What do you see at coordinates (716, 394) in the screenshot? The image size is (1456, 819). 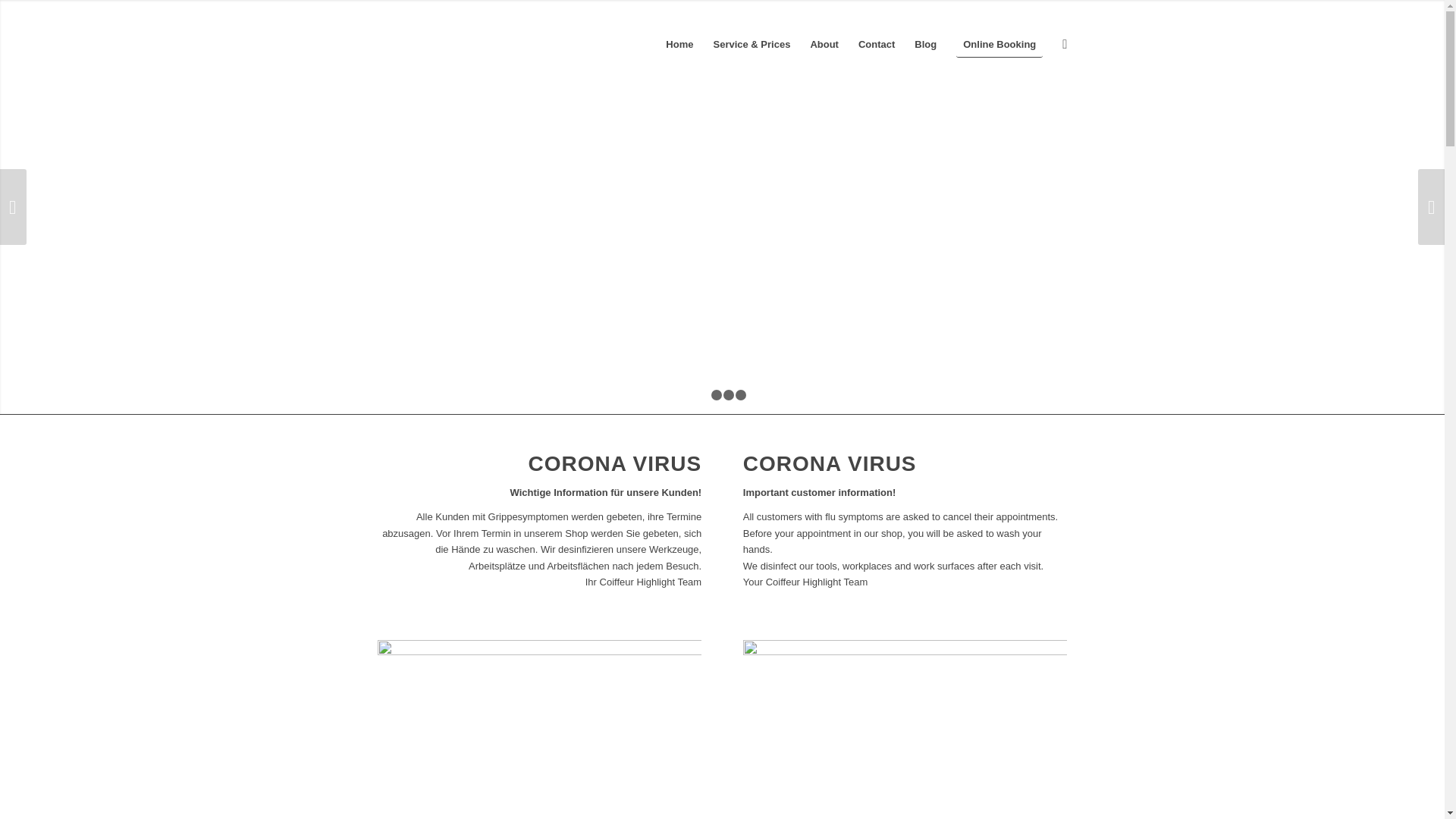 I see `'2'` at bounding box center [716, 394].